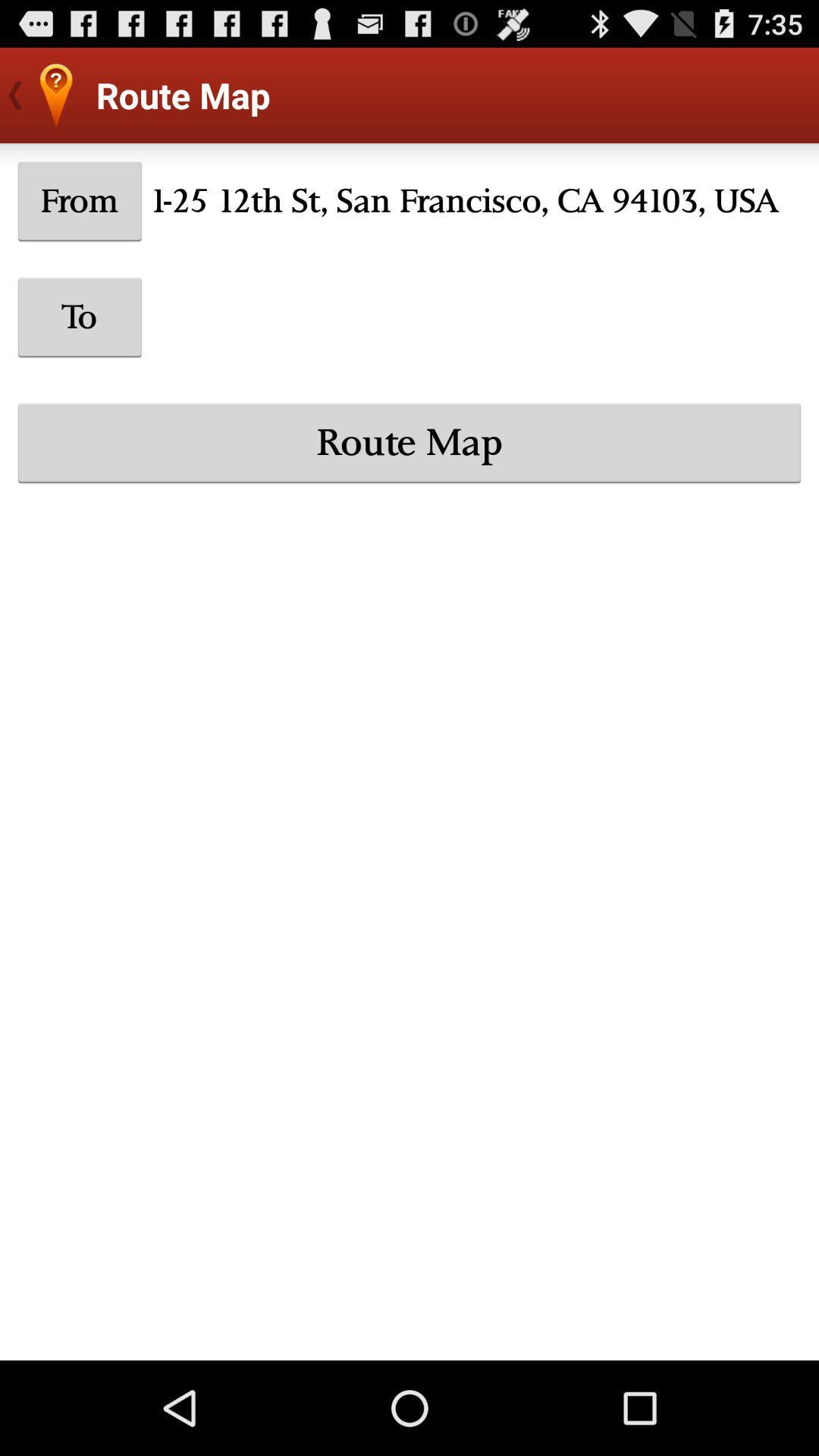 The image size is (819, 1456). Describe the element at coordinates (80, 200) in the screenshot. I see `the icon to the left of the 1 25 12th app` at that location.